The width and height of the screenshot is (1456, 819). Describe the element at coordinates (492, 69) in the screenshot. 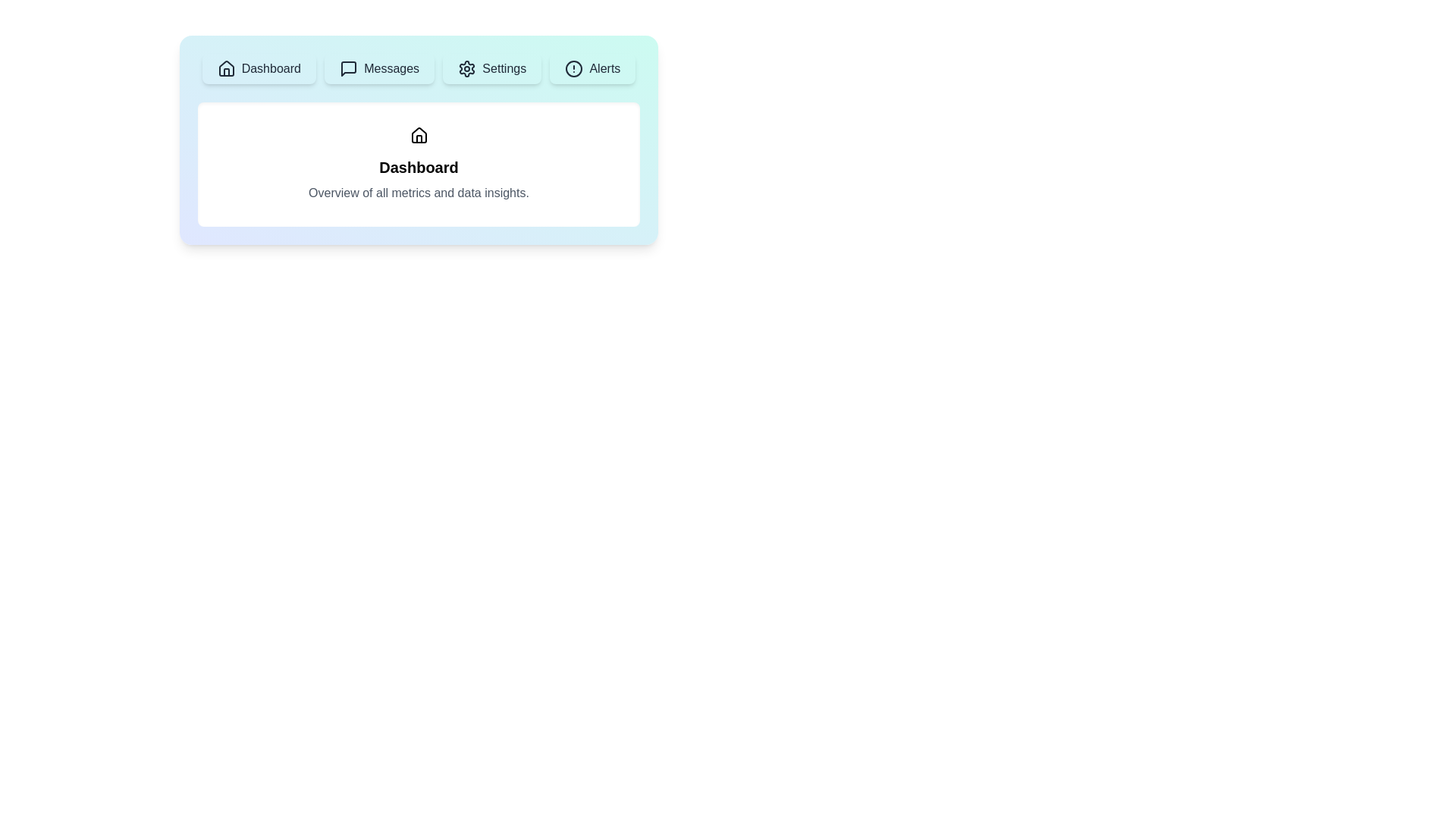

I see `the Settings tab` at that location.